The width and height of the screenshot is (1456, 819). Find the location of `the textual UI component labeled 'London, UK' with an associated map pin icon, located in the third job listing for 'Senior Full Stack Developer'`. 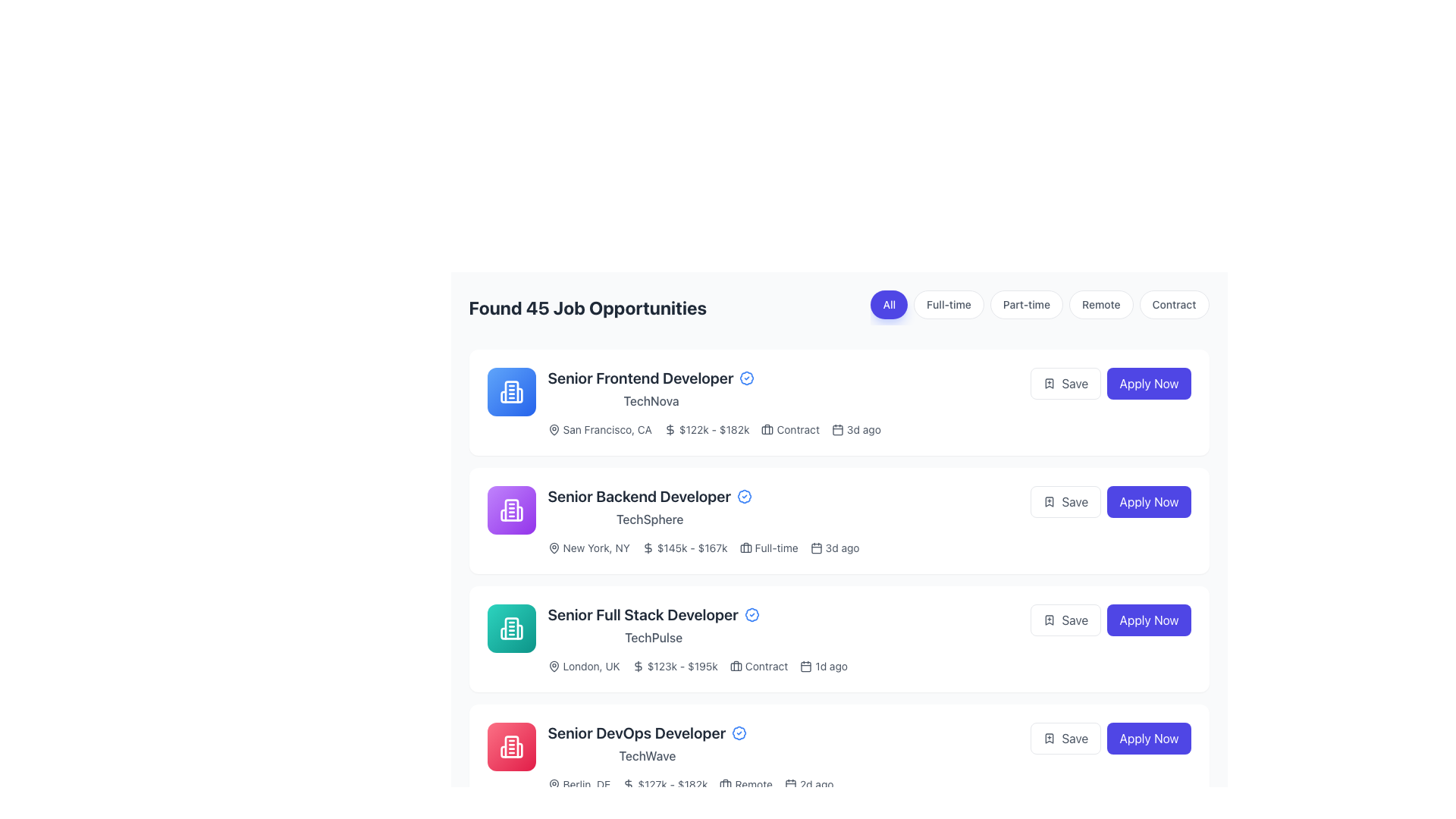

the textual UI component labeled 'London, UK' with an associated map pin icon, located in the third job listing for 'Senior Full Stack Developer' is located at coordinates (583, 666).